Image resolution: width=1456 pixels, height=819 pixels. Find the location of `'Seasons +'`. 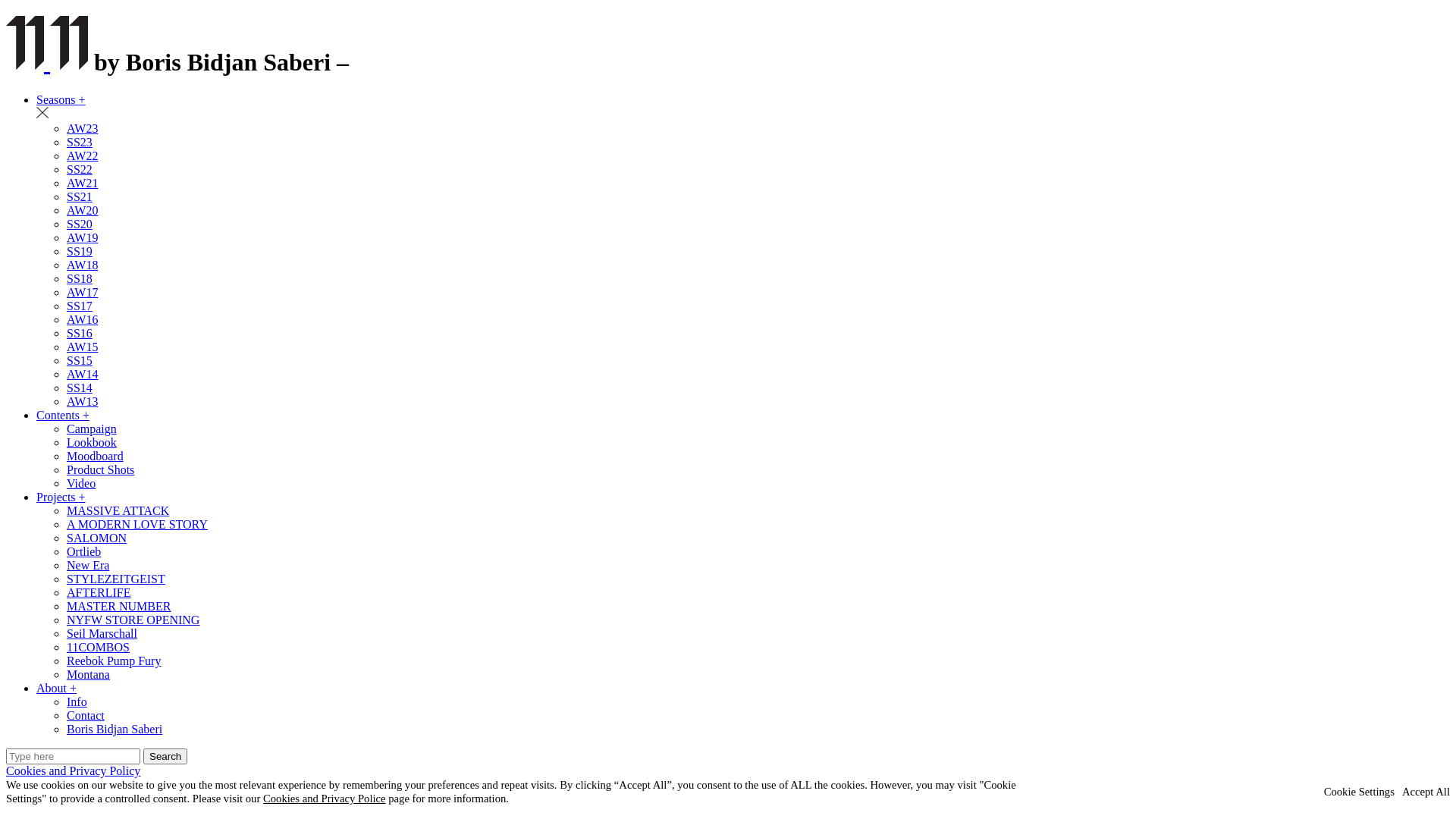

'Seasons +' is located at coordinates (61, 99).